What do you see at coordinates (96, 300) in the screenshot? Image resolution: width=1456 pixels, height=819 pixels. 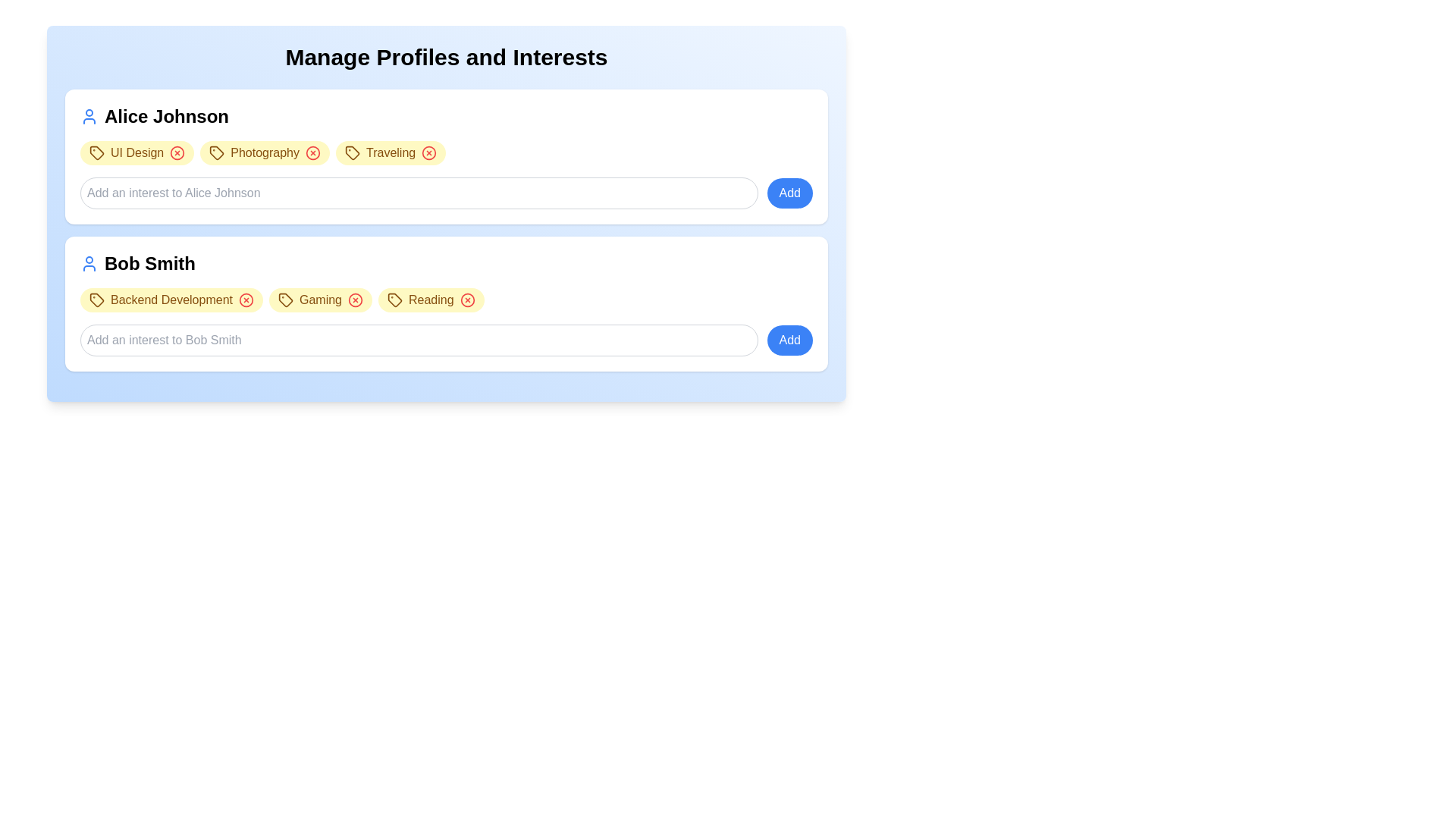 I see `the decorative icon that identifies the 'Backend Development' interest tag preceding the text in Bob Smith's profile interests` at bounding box center [96, 300].